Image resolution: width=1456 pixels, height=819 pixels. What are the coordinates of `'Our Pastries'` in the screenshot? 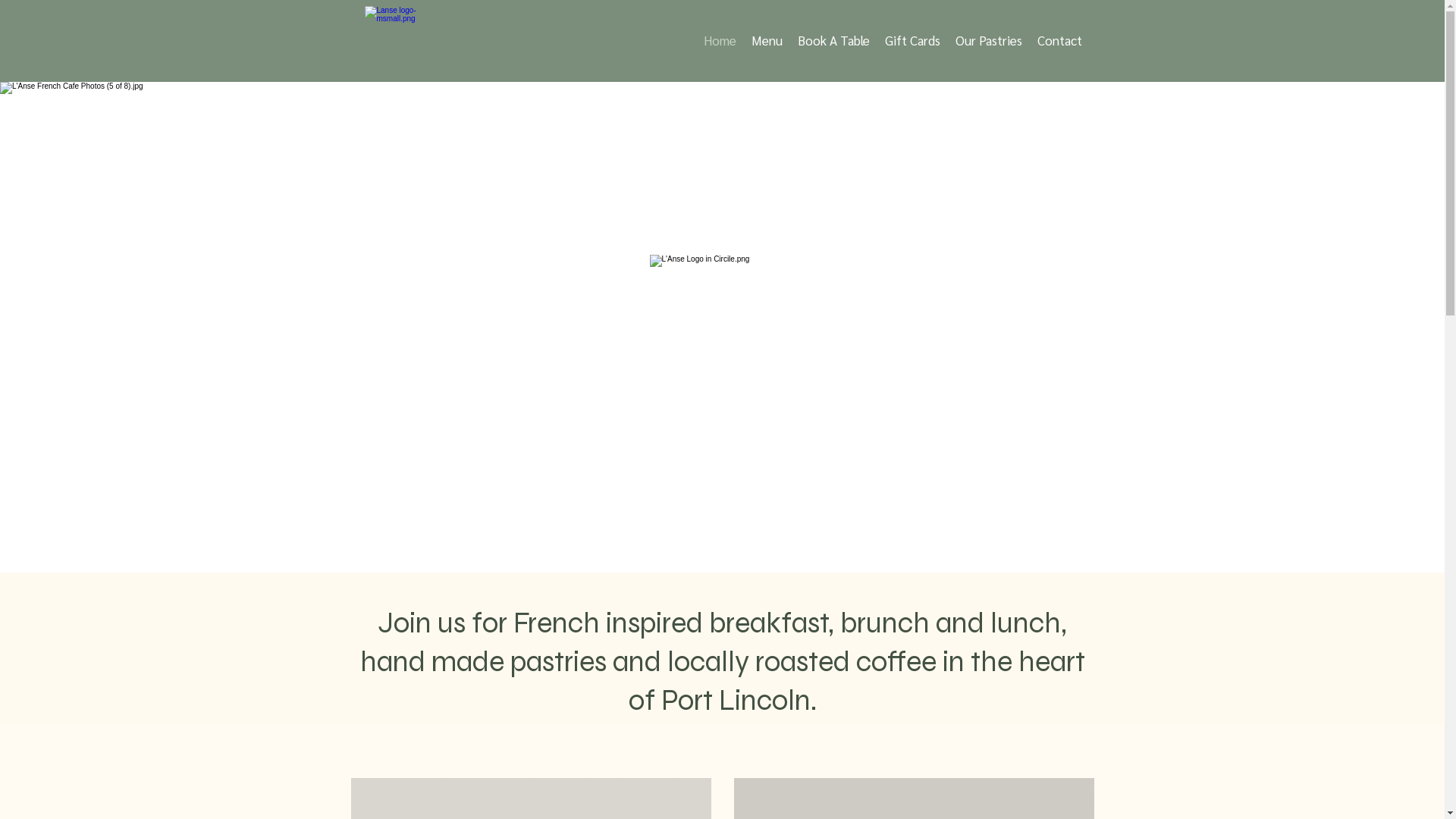 It's located at (989, 39).